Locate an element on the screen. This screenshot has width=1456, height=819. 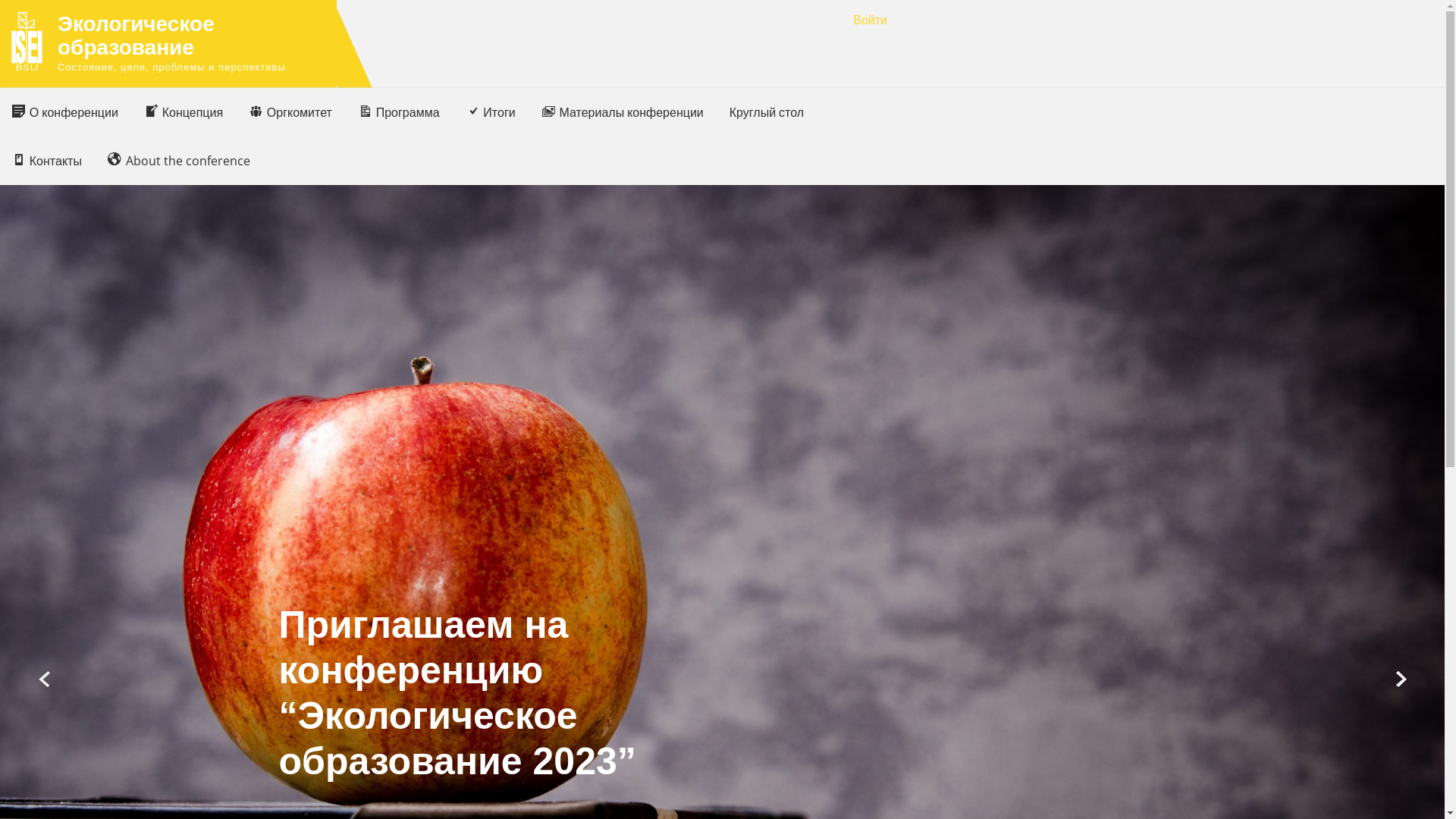
'Prev' is located at coordinates (29, 679).